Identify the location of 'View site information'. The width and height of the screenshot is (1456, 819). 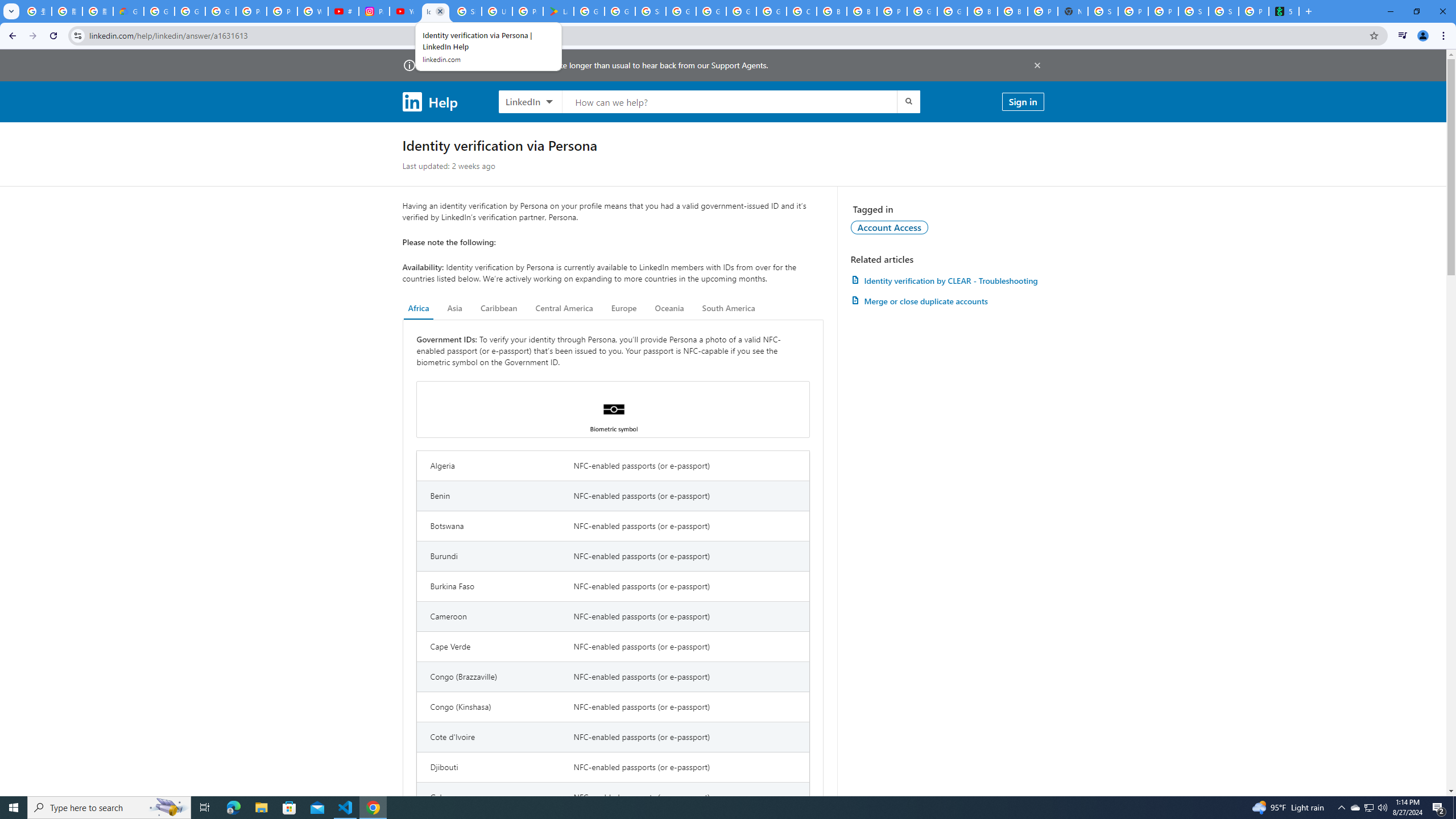
(77, 35).